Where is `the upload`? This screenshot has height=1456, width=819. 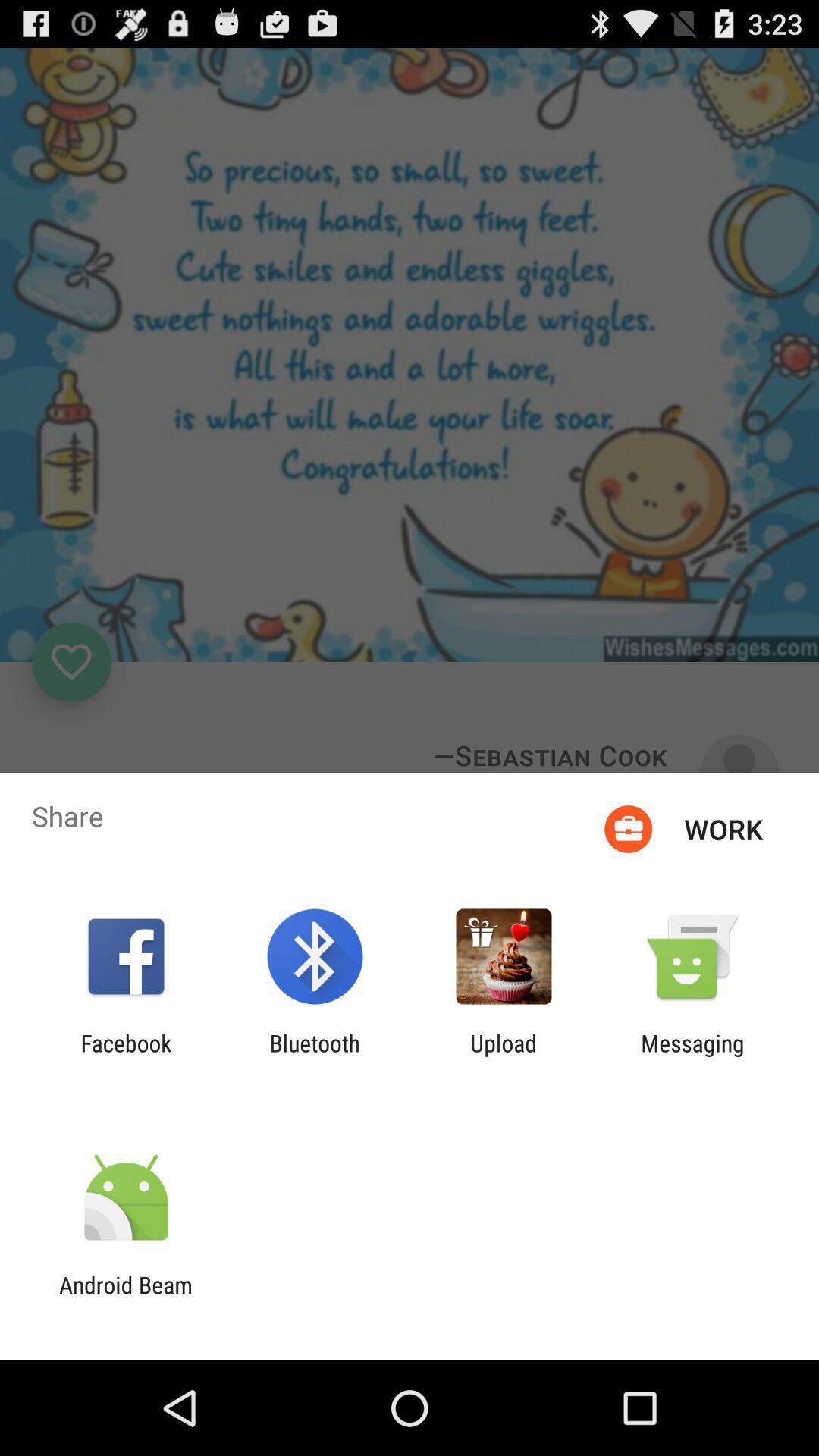
the upload is located at coordinates (504, 1056).